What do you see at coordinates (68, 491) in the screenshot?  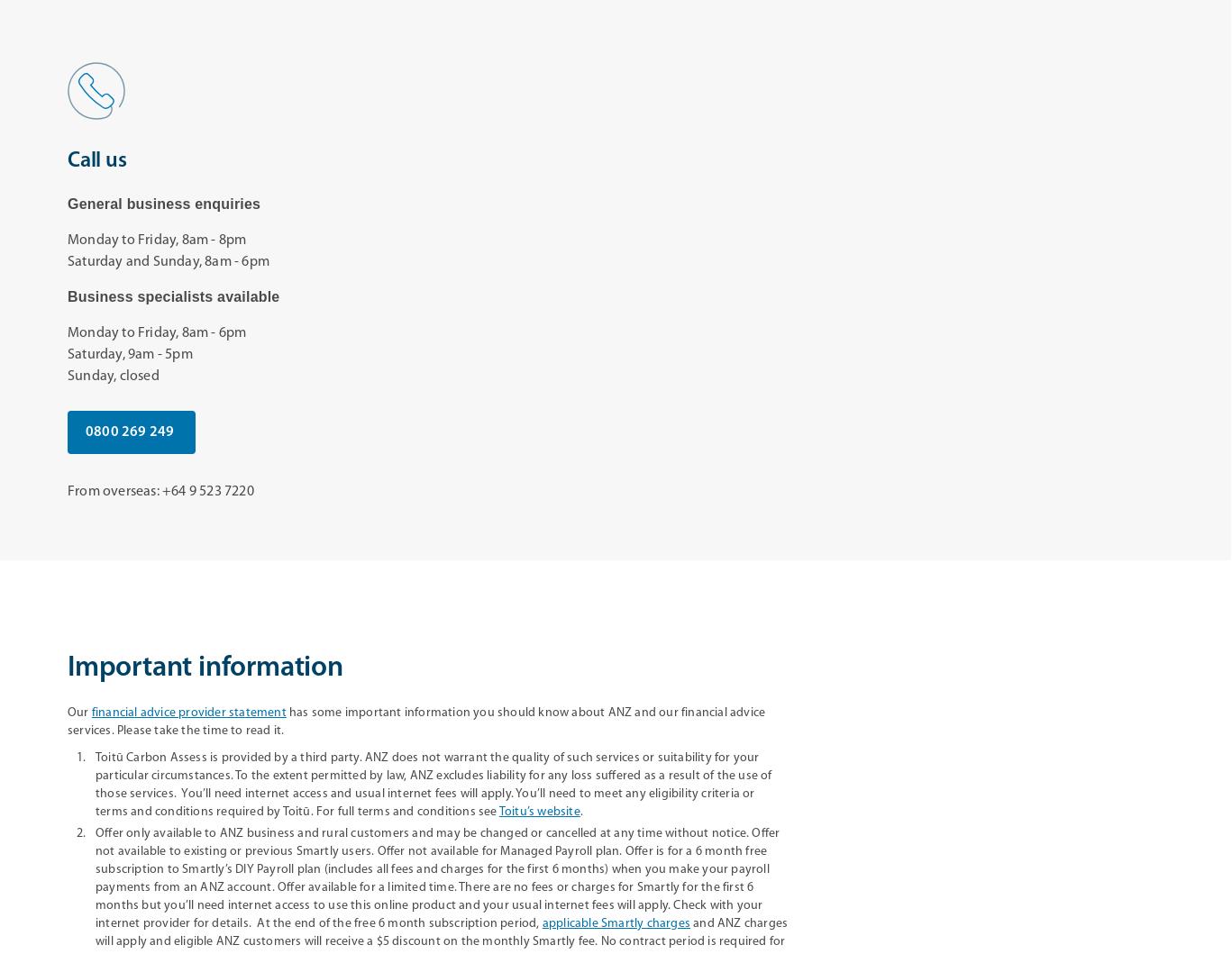 I see `'From overseas: +64 9 523 7220'` at bounding box center [68, 491].